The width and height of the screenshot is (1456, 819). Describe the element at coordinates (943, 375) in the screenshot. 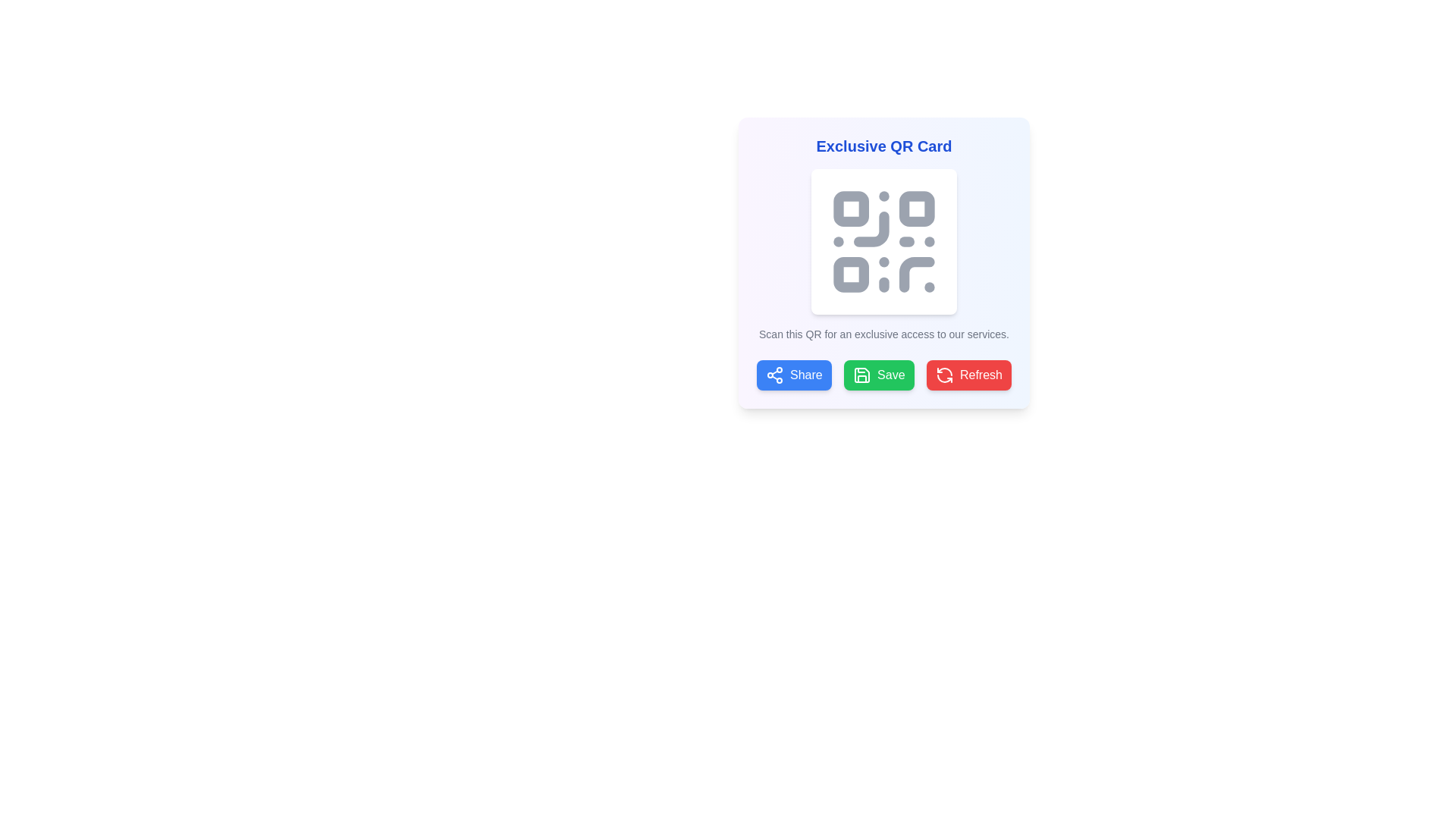

I see `the refresh icon, which is a circular arrow styled element located within the red 'Refresh' button in the bottom-right corner of the interface` at that location.